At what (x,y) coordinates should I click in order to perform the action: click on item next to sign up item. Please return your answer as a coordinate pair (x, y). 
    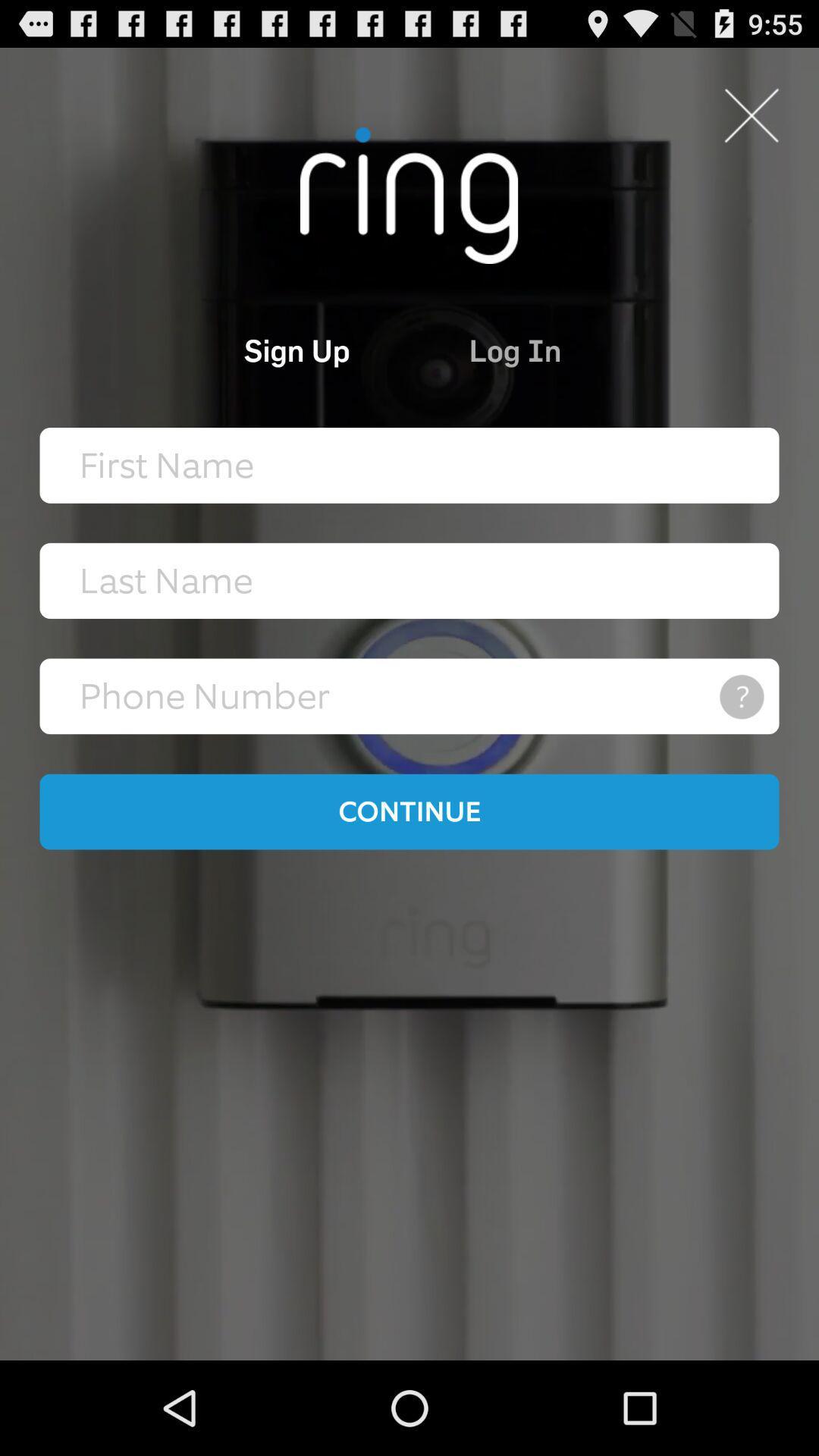
    Looking at the image, I should click on (583, 349).